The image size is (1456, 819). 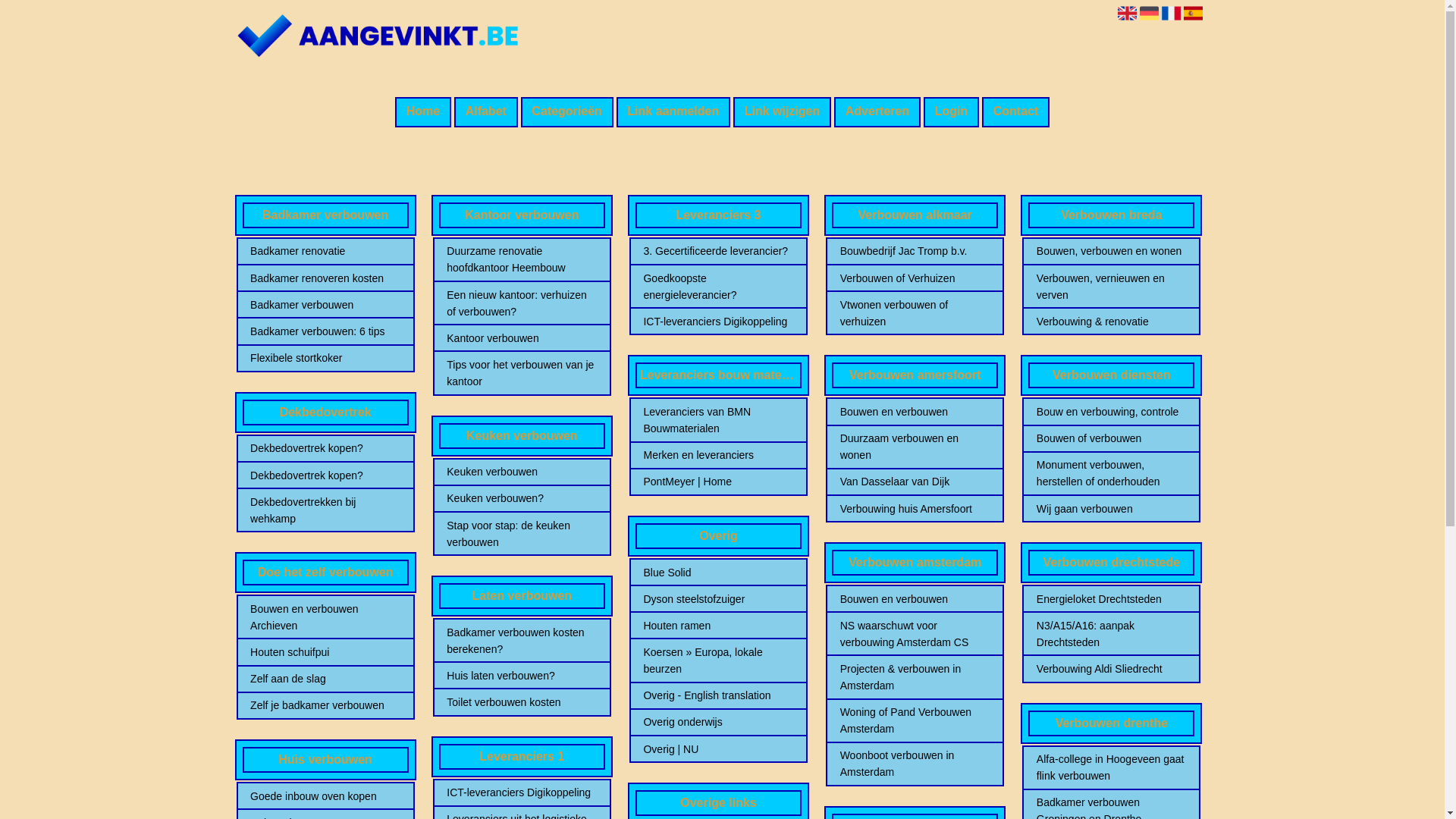 What do you see at coordinates (717, 598) in the screenshot?
I see `'Dyson steelstofzuiger'` at bounding box center [717, 598].